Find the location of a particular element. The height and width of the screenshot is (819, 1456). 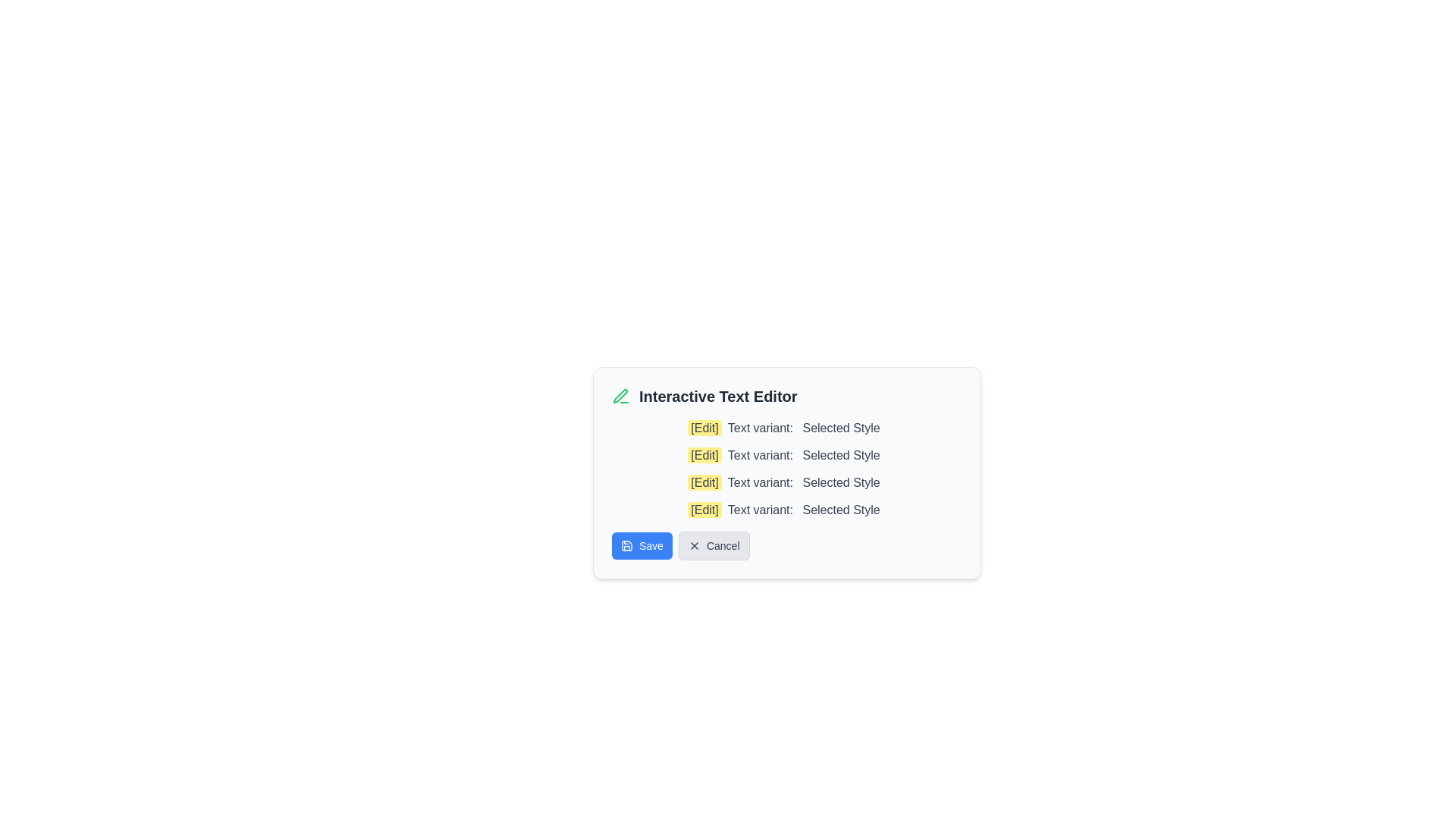

the save button located at the bottom-left part of the modal dialog to initiate the save action is located at coordinates (642, 546).